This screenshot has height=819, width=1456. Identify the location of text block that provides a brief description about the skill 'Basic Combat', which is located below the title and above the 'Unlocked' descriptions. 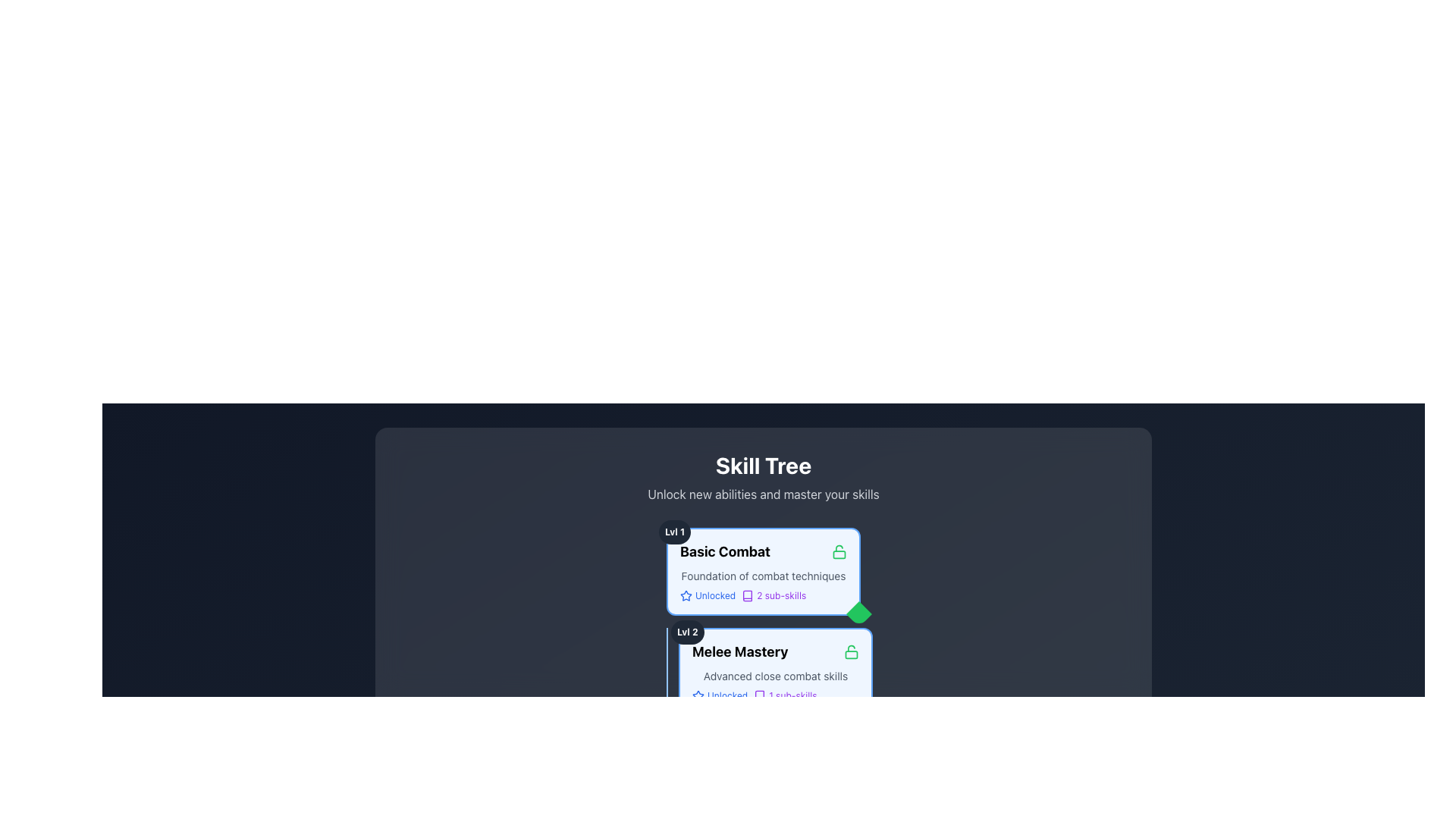
(764, 576).